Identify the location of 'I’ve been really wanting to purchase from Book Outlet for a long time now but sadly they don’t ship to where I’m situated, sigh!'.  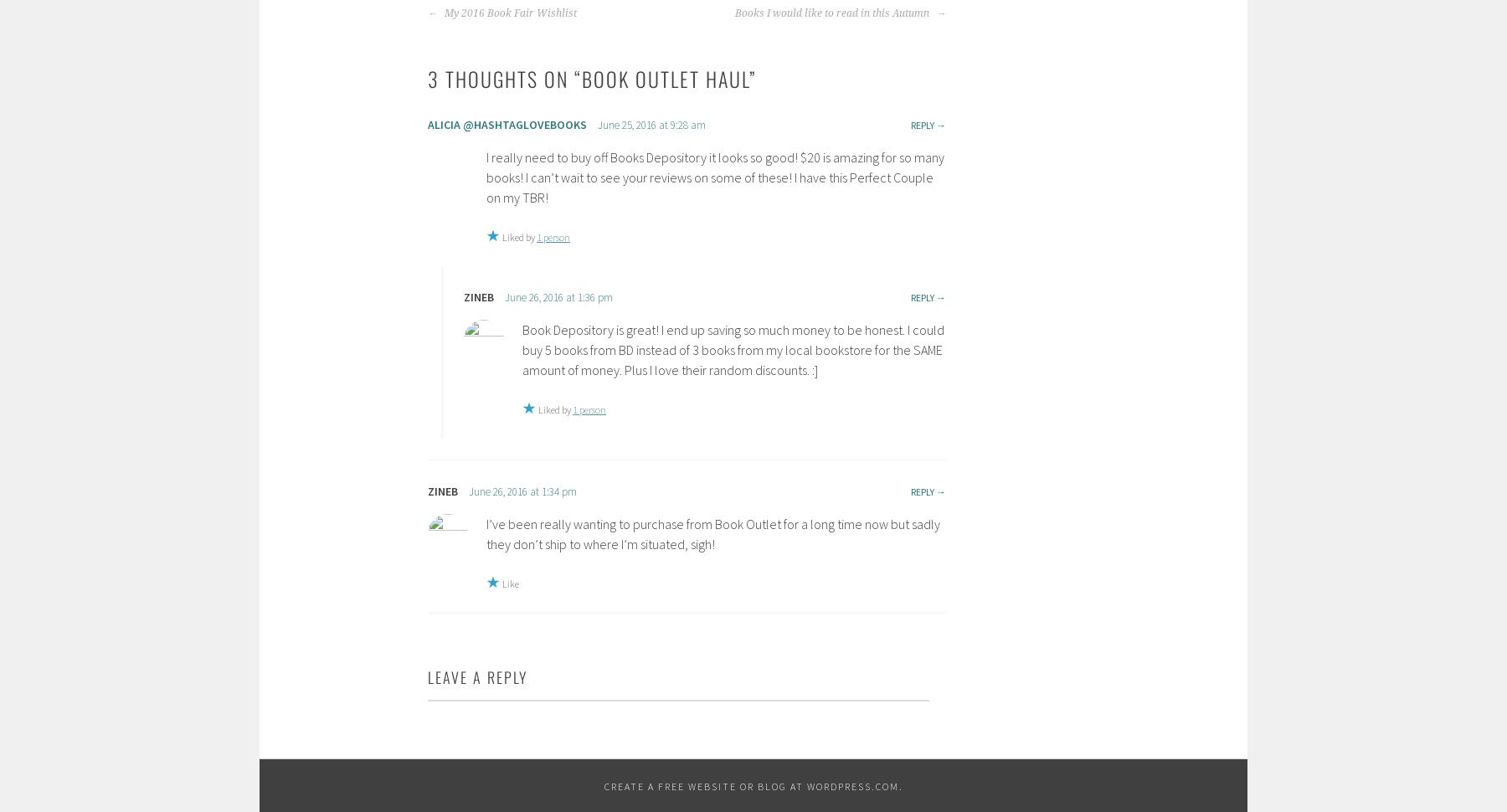
(712, 532).